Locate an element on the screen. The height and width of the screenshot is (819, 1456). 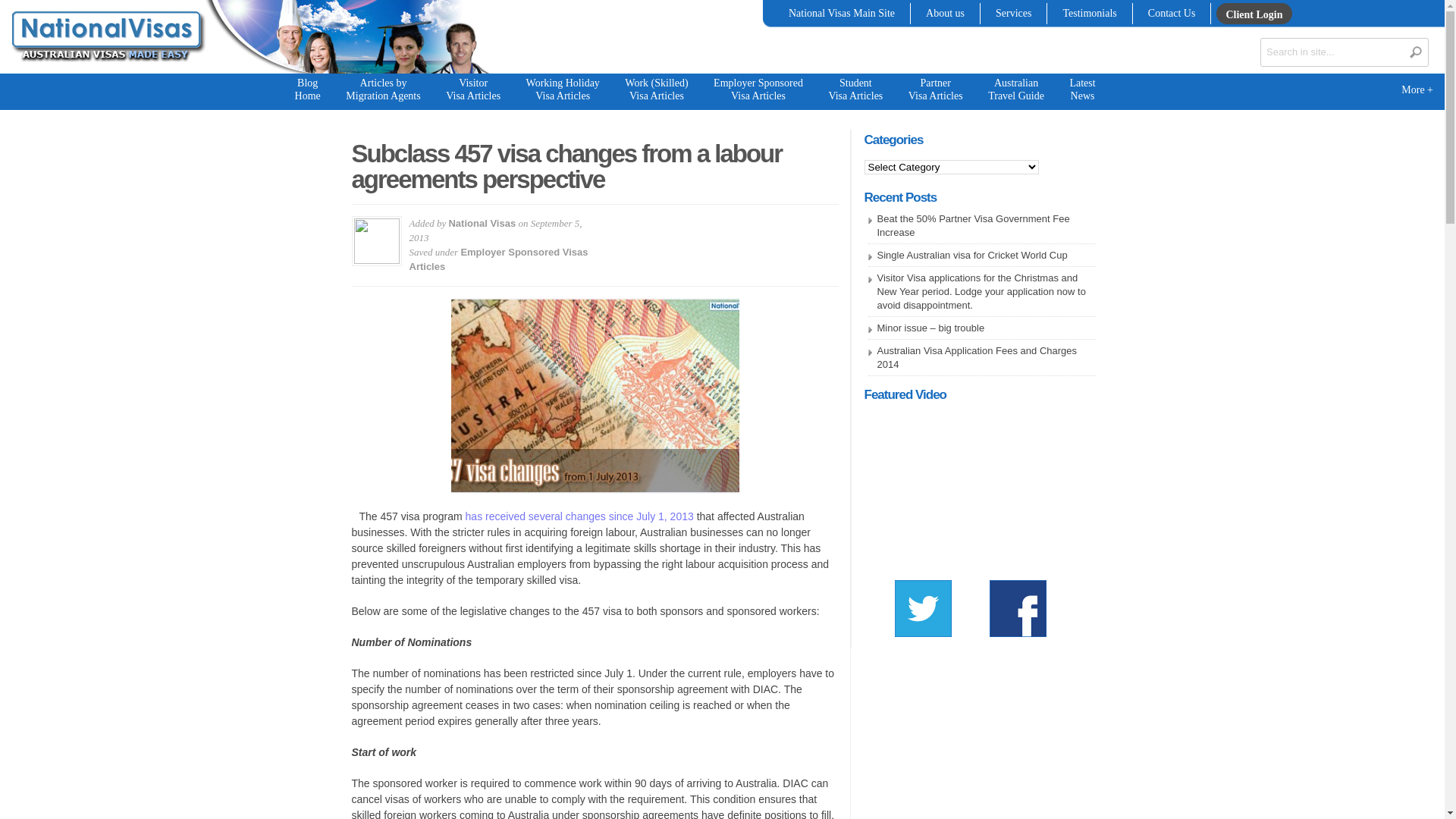
'Employer Sponsored is located at coordinates (758, 90).